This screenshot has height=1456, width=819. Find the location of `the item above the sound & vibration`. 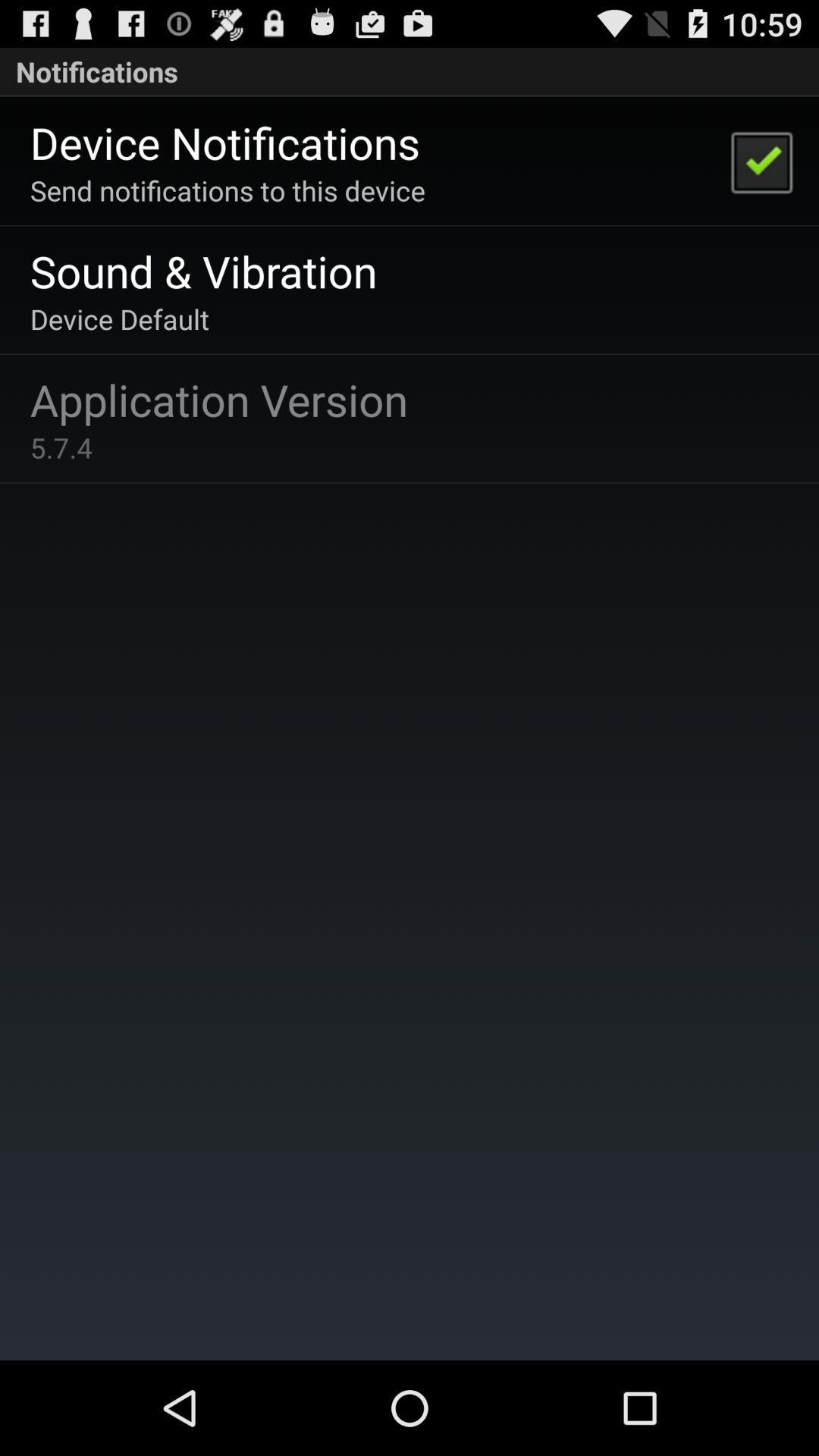

the item above the sound & vibration is located at coordinates (227, 190).